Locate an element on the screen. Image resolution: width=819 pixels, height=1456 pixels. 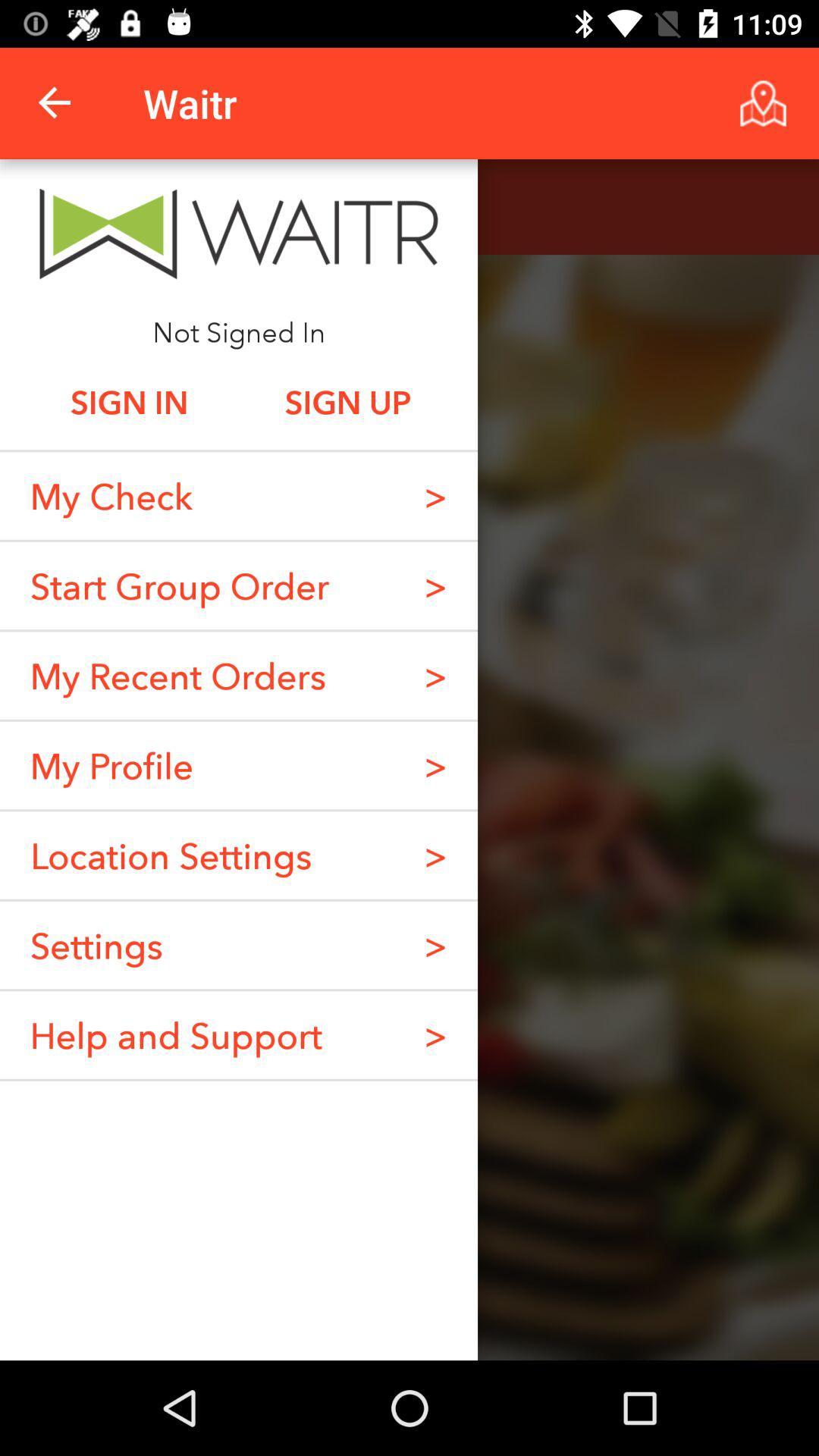
the icon to the right of my recent orders item is located at coordinates (435, 765).